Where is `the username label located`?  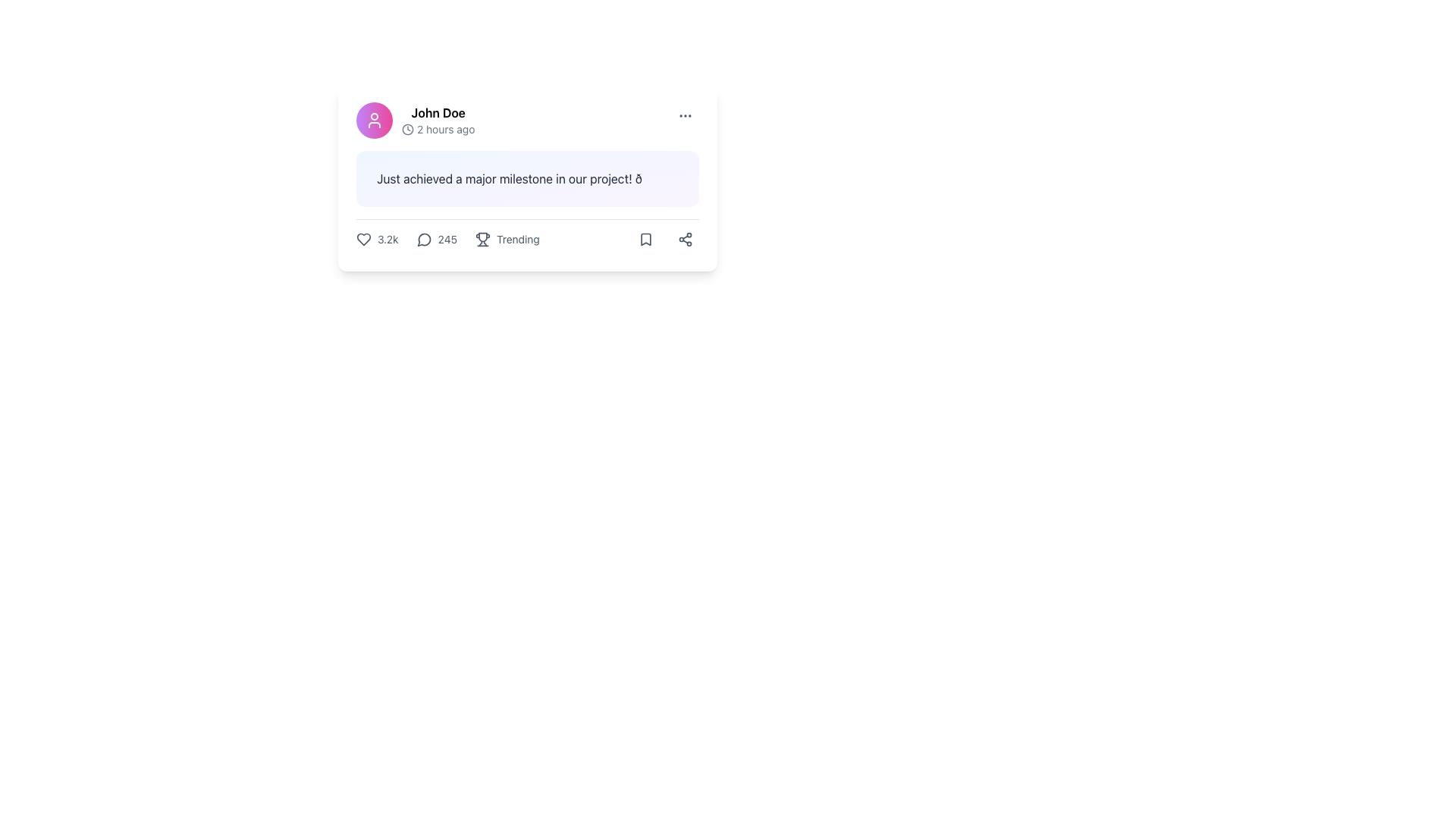 the username label located is located at coordinates (438, 112).